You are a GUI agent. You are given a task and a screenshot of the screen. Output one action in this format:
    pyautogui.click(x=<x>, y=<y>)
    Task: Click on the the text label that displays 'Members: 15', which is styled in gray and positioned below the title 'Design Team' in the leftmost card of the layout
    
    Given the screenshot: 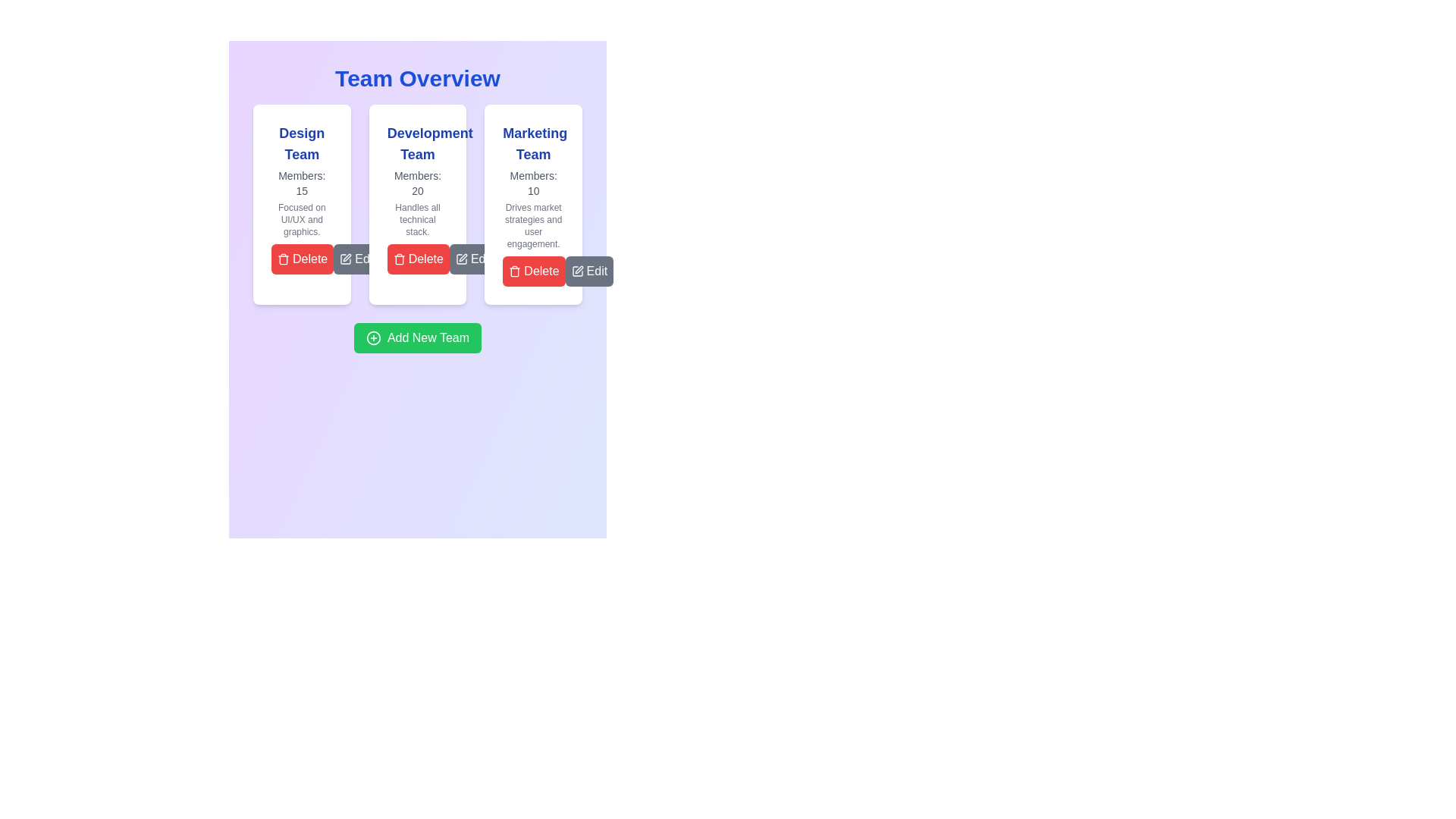 What is the action you would take?
    pyautogui.click(x=302, y=183)
    